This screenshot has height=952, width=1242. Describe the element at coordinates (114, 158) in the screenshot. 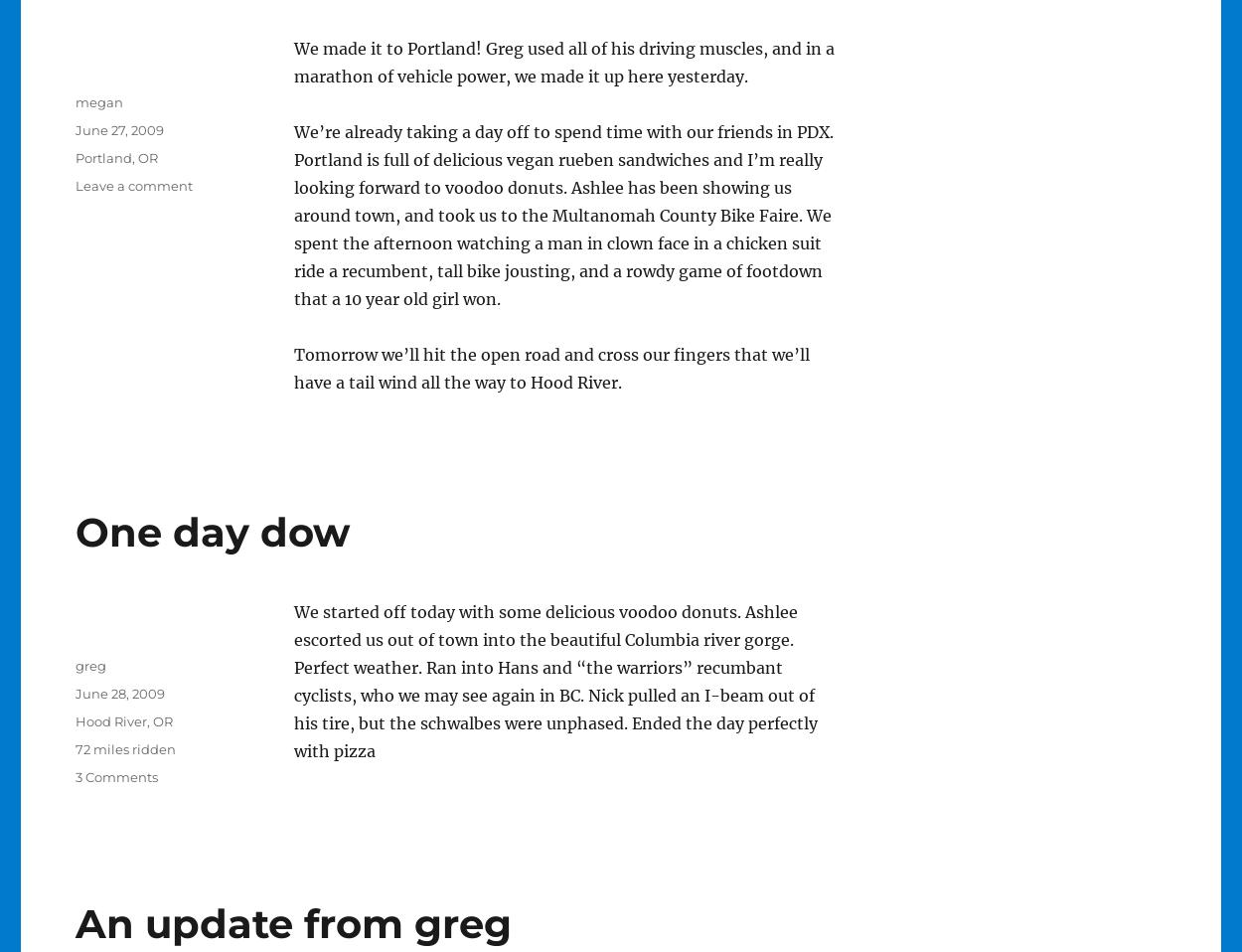

I see `'Portland, OR'` at that location.